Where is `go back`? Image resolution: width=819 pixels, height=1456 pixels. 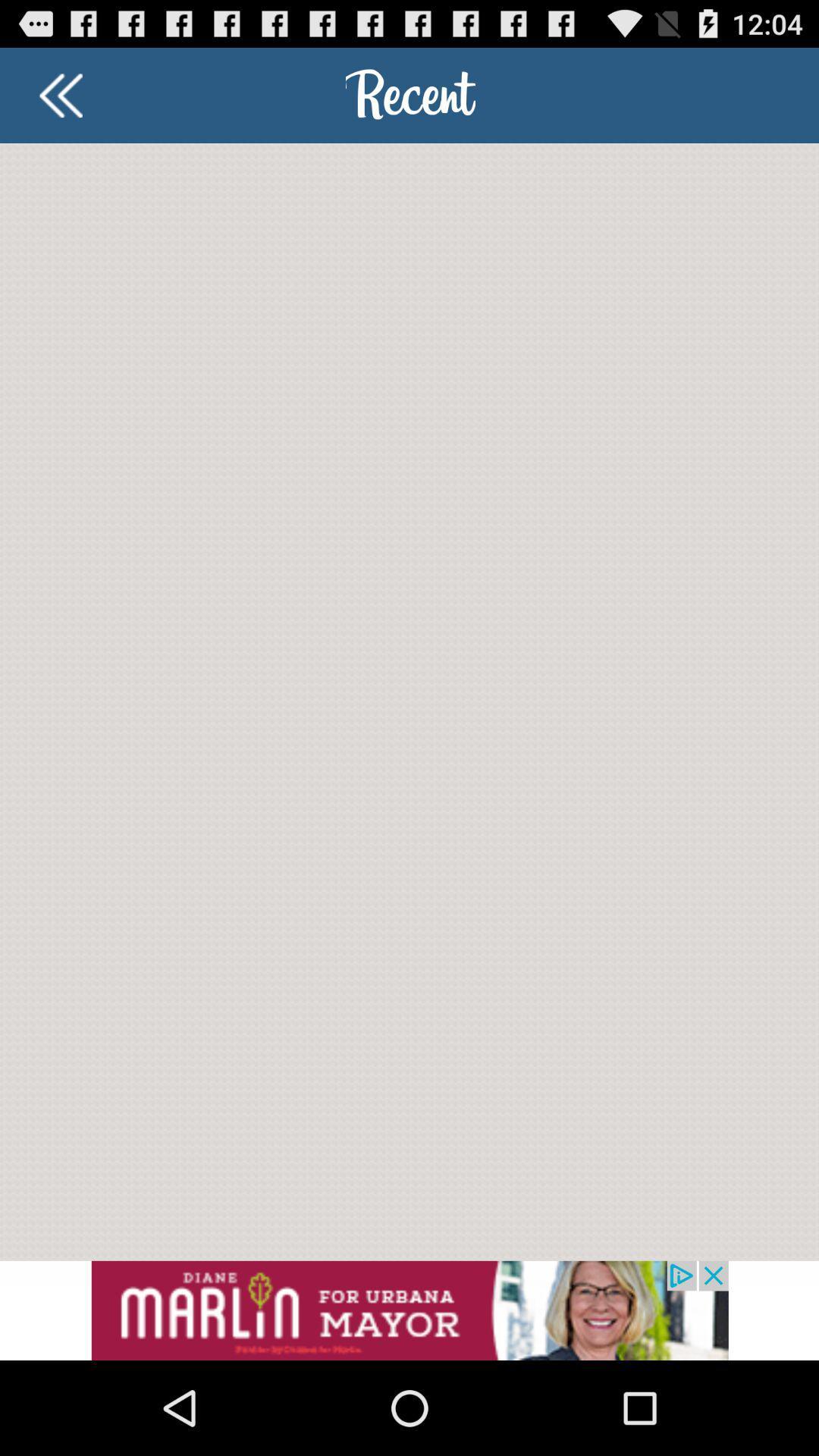 go back is located at coordinates (60, 94).